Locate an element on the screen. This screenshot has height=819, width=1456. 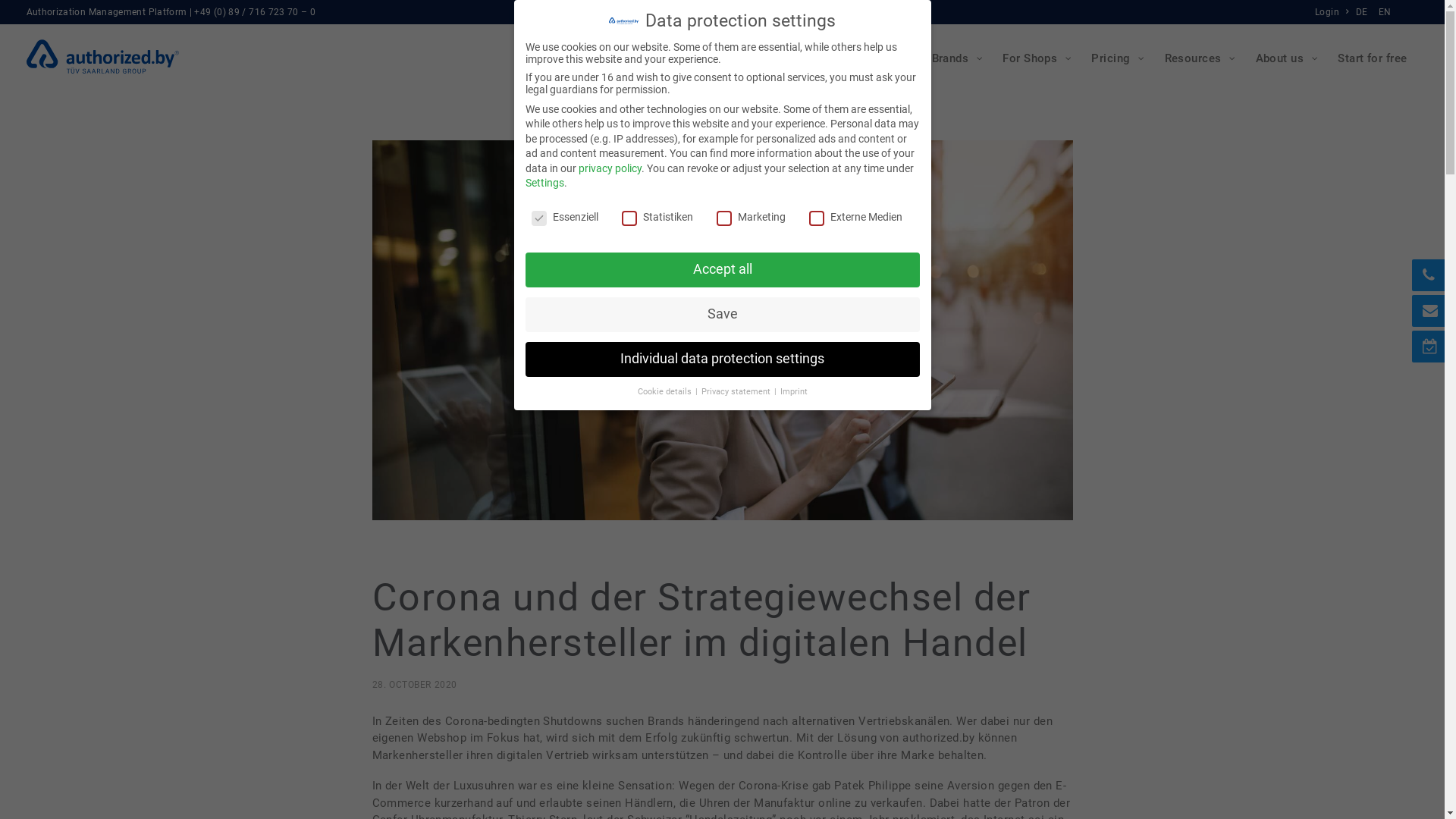
'For Brands' is located at coordinates (945, 58).